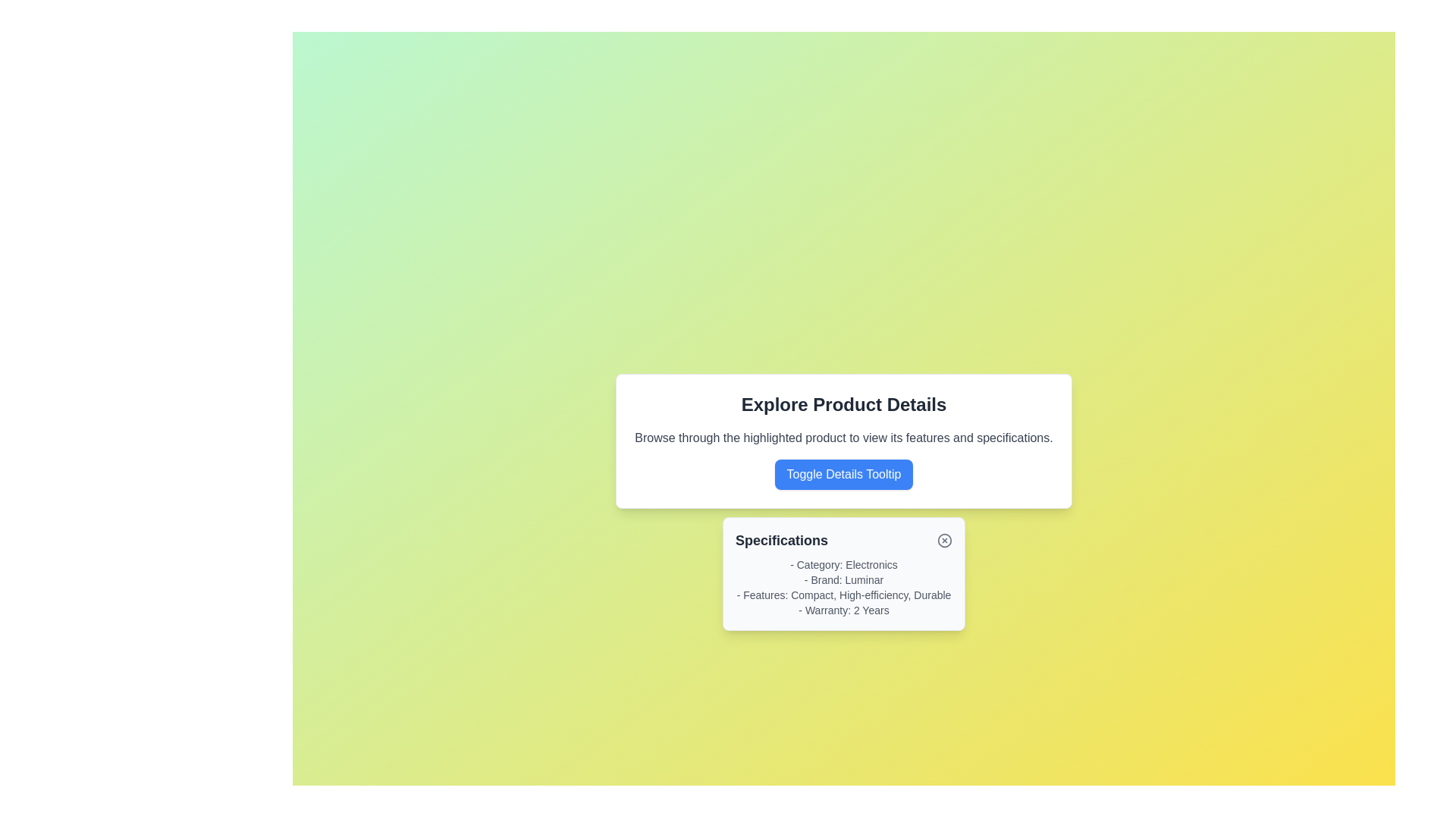 This screenshot has width=1456, height=819. What do you see at coordinates (843, 579) in the screenshot?
I see `the text display showing '- Brand: Luminar' located within the 'Specifications' card, which is the second item in a bullet list` at bounding box center [843, 579].